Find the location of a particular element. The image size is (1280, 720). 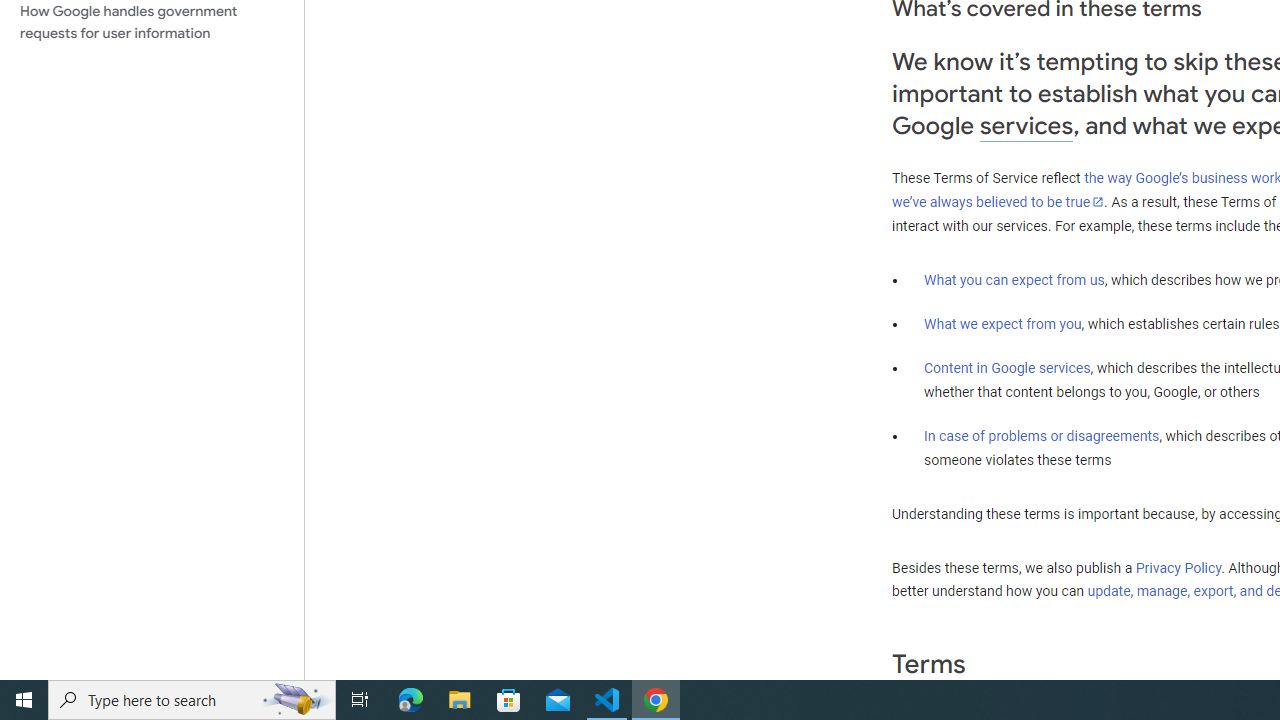

'What we expect from you' is located at coordinates (1002, 323).